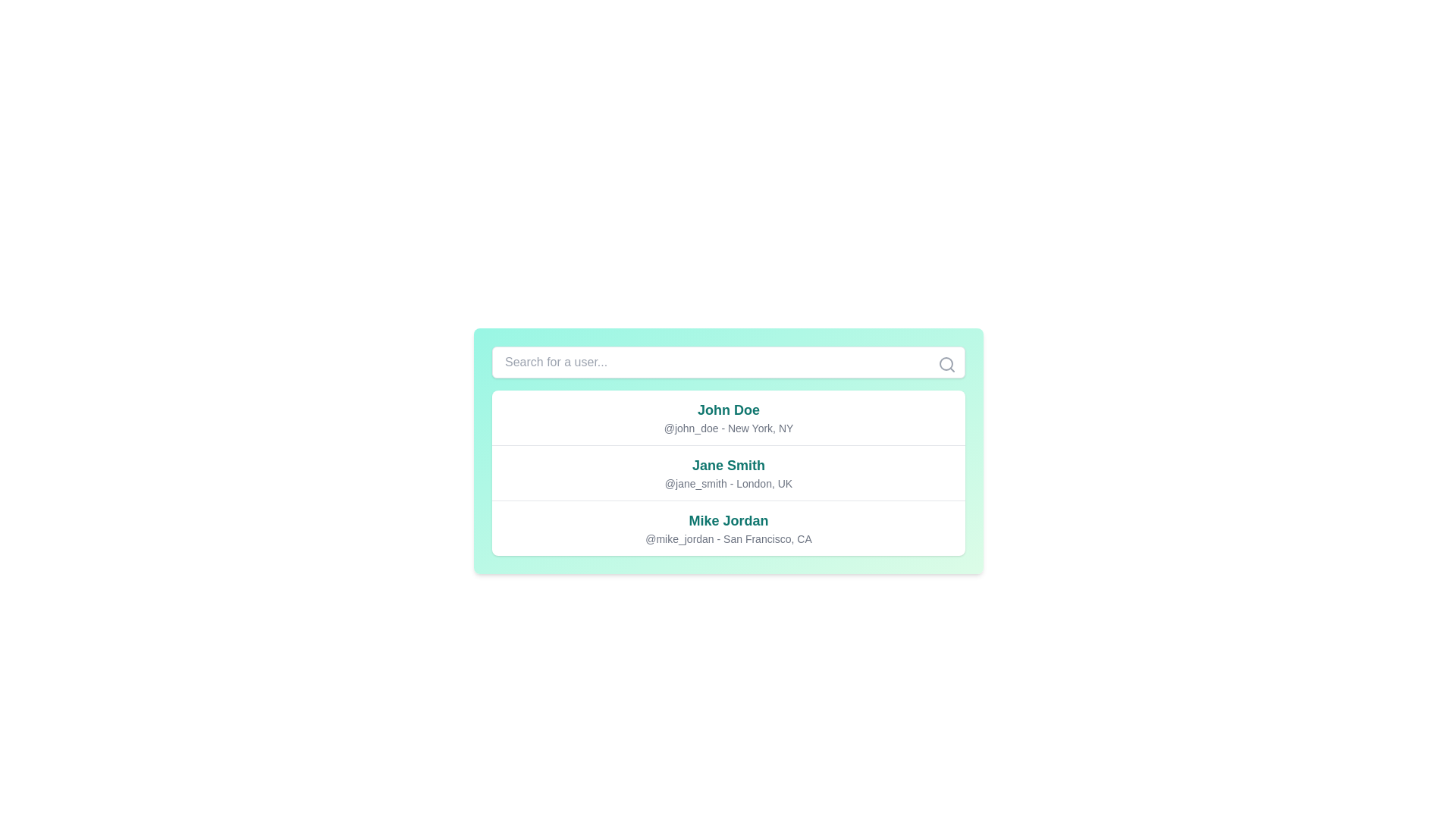 The image size is (1456, 819). Describe the element at coordinates (946, 363) in the screenshot. I see `the larger circle element within the SVG search icon located at the top-right corner of the search input field` at that location.